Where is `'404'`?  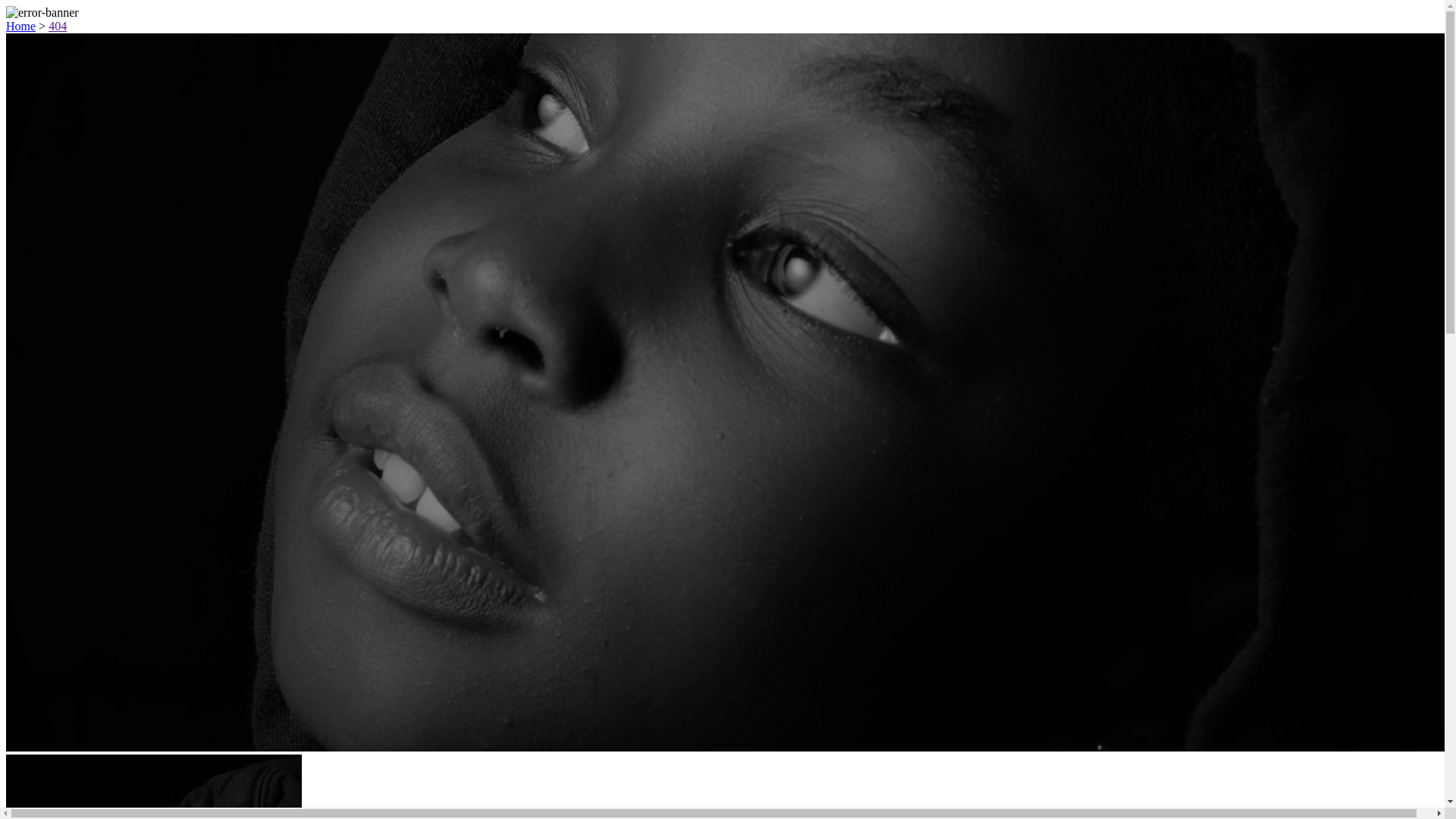
'404' is located at coordinates (48, 26).